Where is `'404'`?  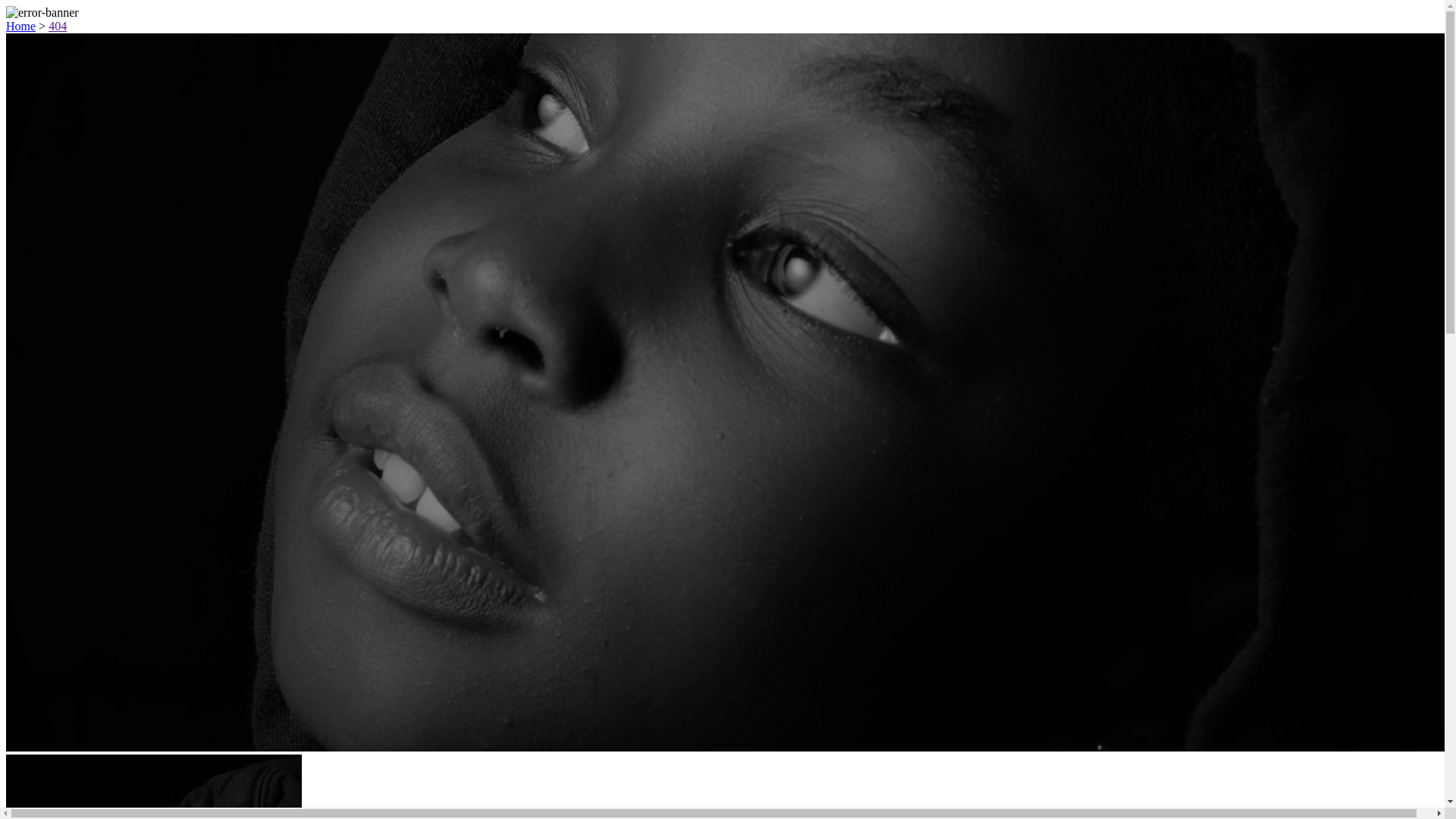
'404' is located at coordinates (48, 26).